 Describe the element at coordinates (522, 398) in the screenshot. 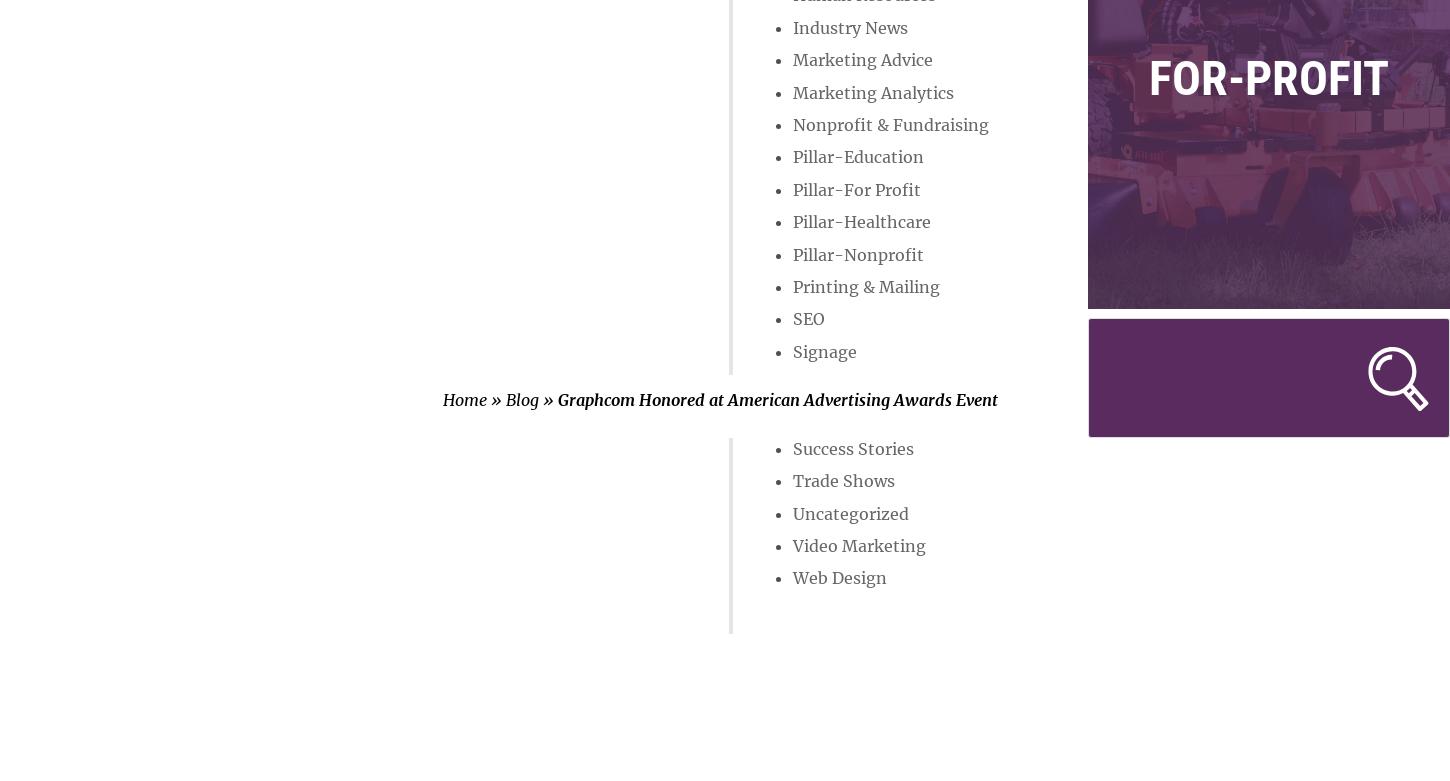

I see `'Blog'` at that location.